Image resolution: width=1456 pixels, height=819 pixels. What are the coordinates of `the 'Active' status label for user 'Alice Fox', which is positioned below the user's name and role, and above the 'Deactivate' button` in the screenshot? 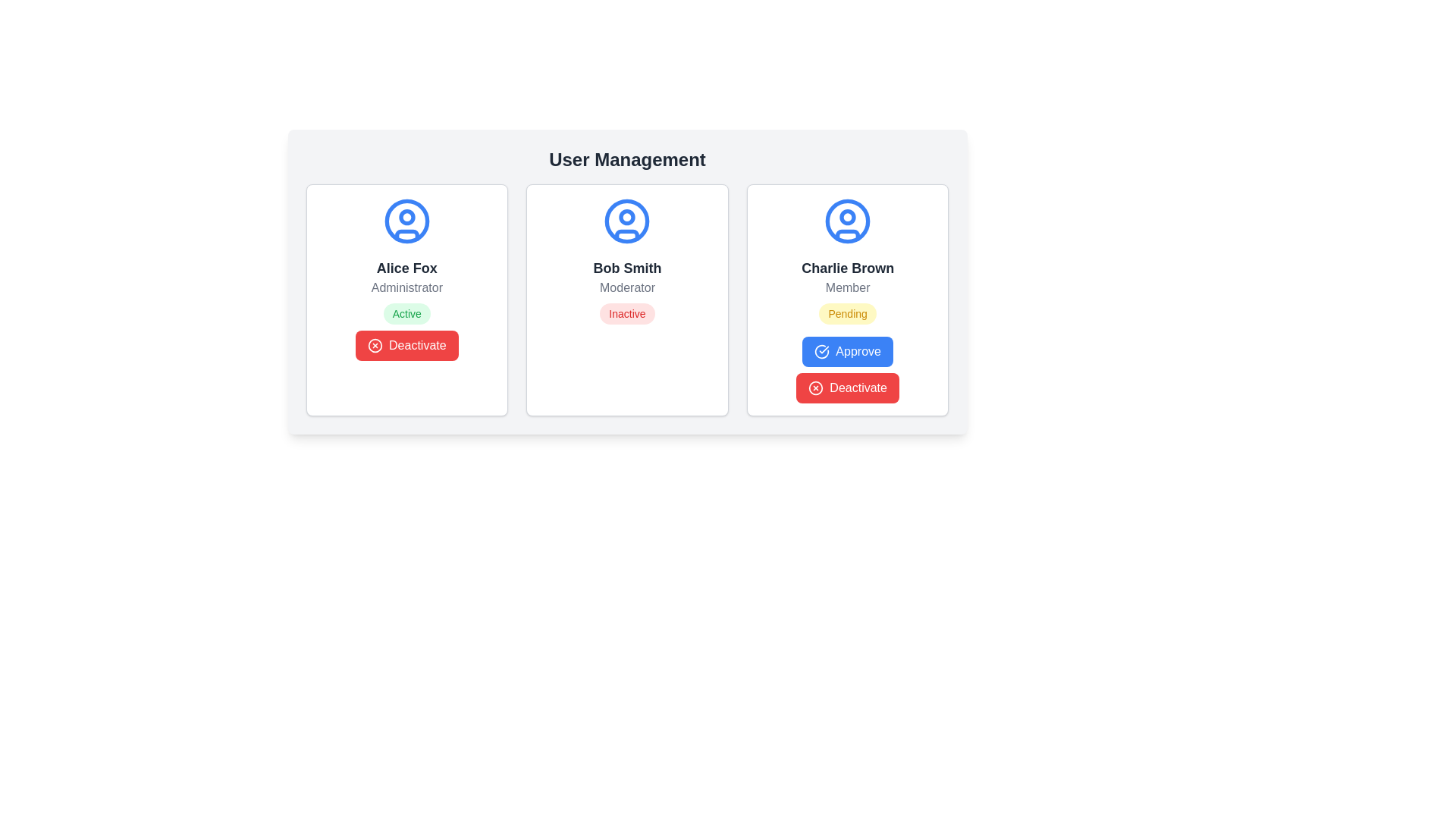 It's located at (406, 312).